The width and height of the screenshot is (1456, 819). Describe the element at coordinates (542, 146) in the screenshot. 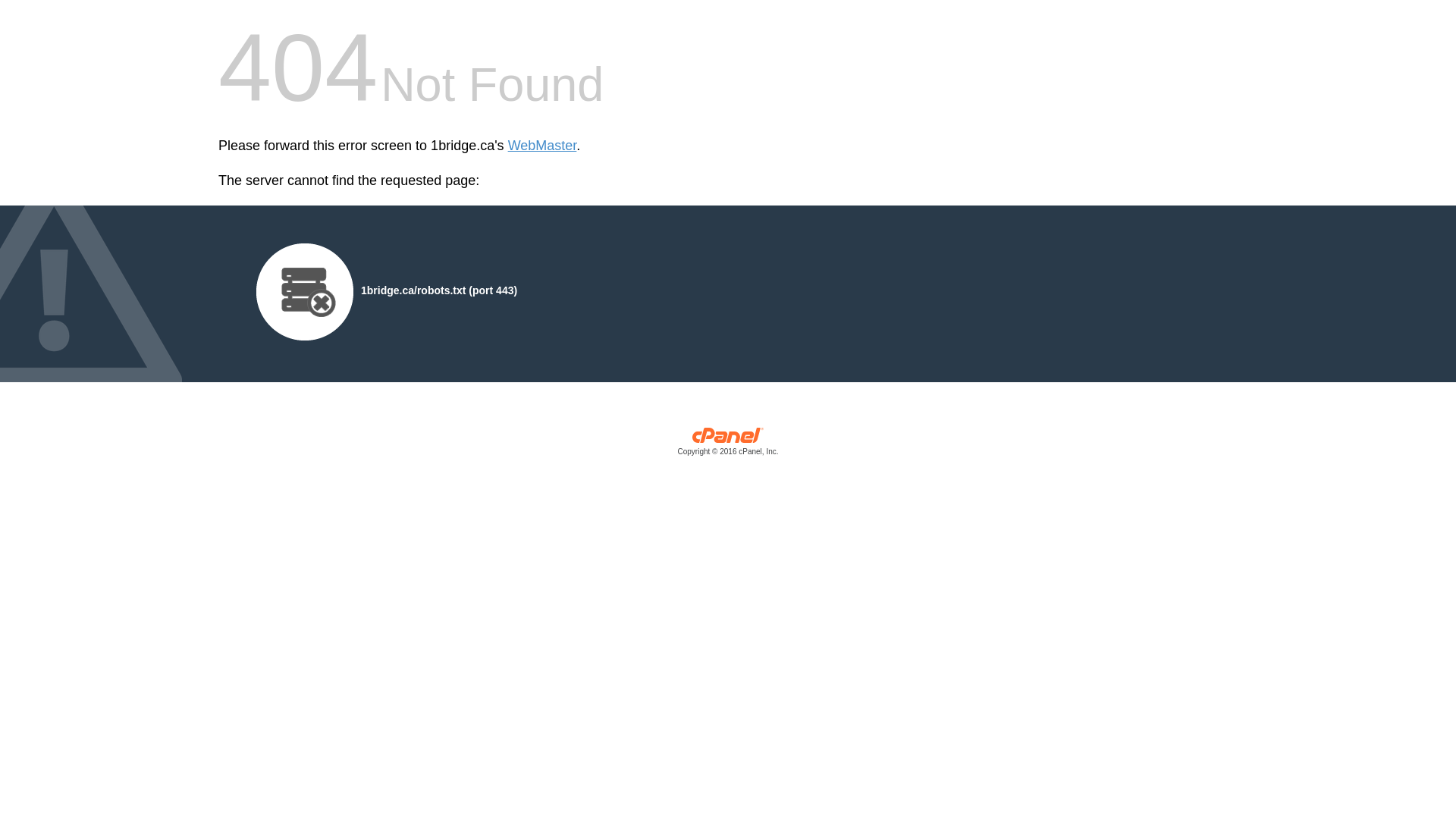

I see `'WebMaster'` at that location.